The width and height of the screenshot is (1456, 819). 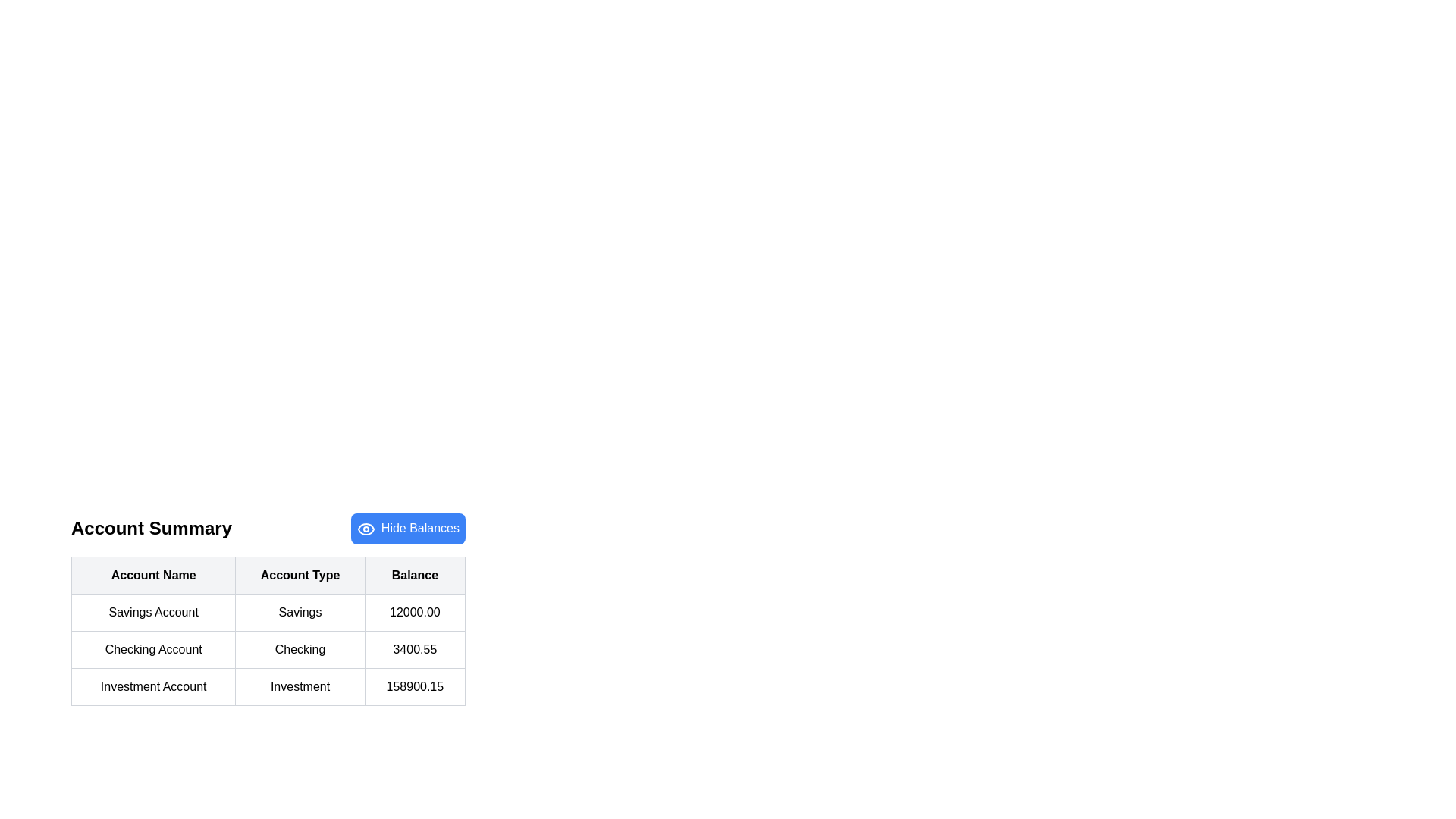 I want to click on the 'Savings' text label in the 'Account Summary' section, which categorizes the type of account associated with its row, so click(x=300, y=611).